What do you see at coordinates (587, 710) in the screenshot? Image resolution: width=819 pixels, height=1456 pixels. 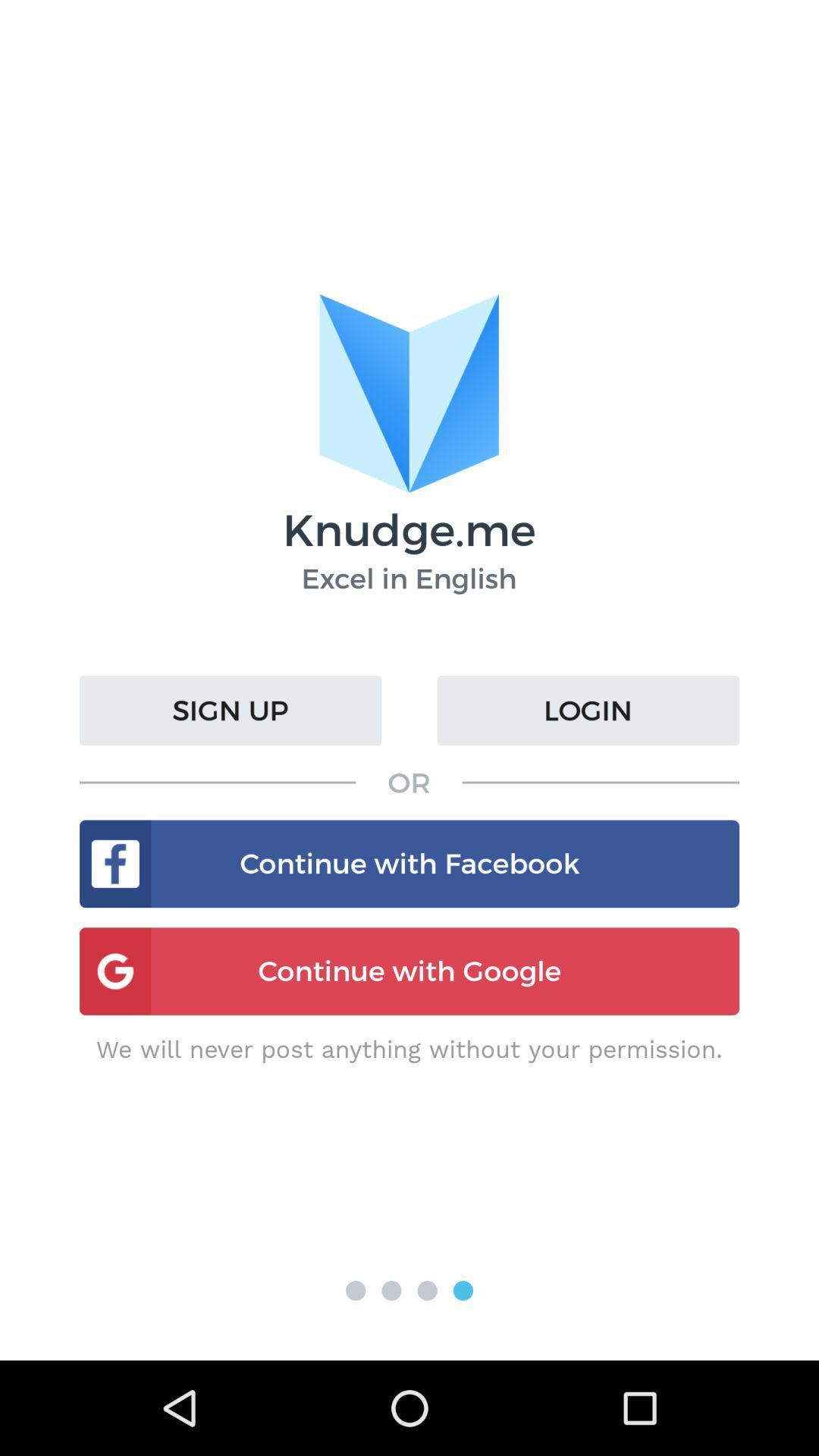 I see `the login icon` at bounding box center [587, 710].